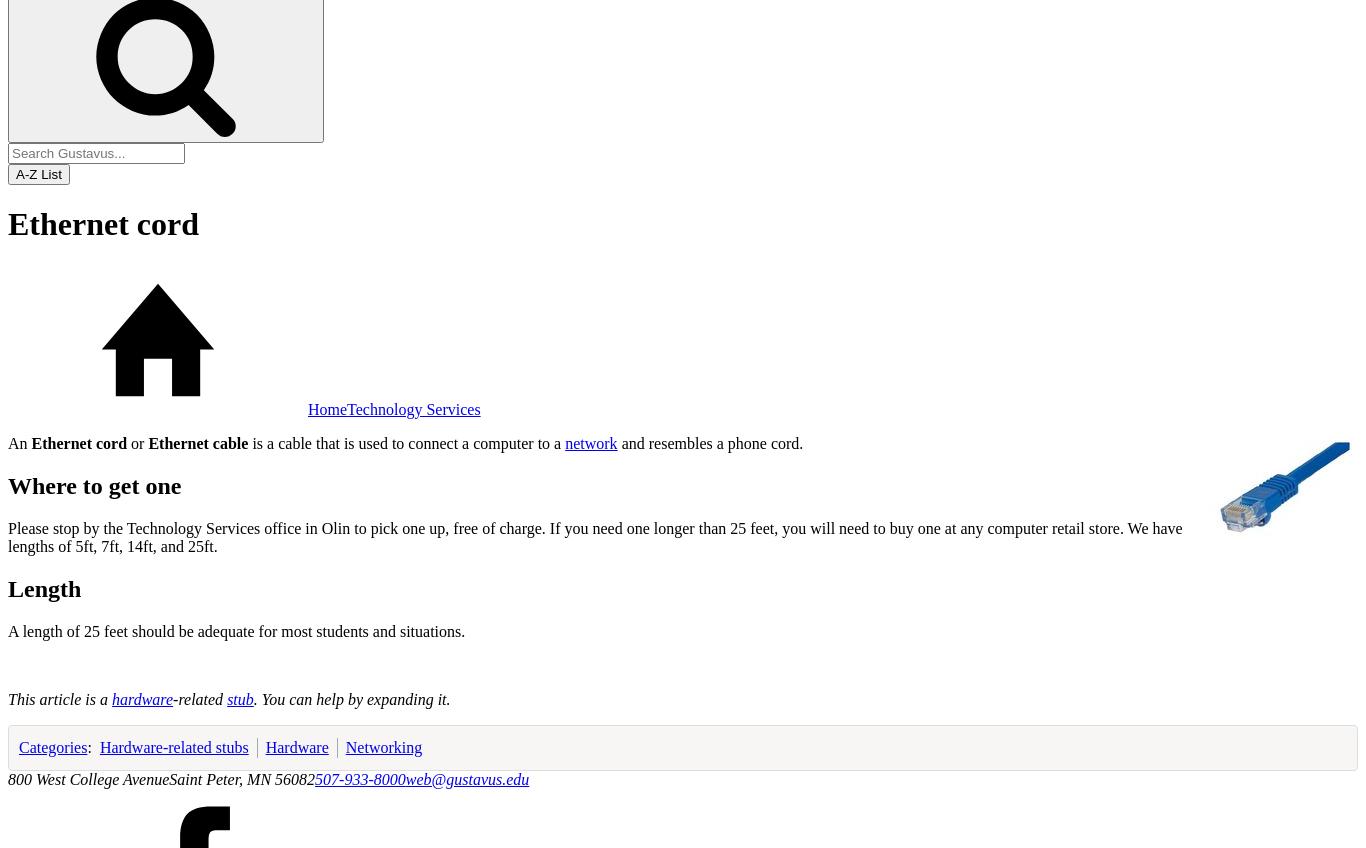 This screenshot has width=1366, height=848. What do you see at coordinates (710, 441) in the screenshot?
I see `'and resembles a phone cord.'` at bounding box center [710, 441].